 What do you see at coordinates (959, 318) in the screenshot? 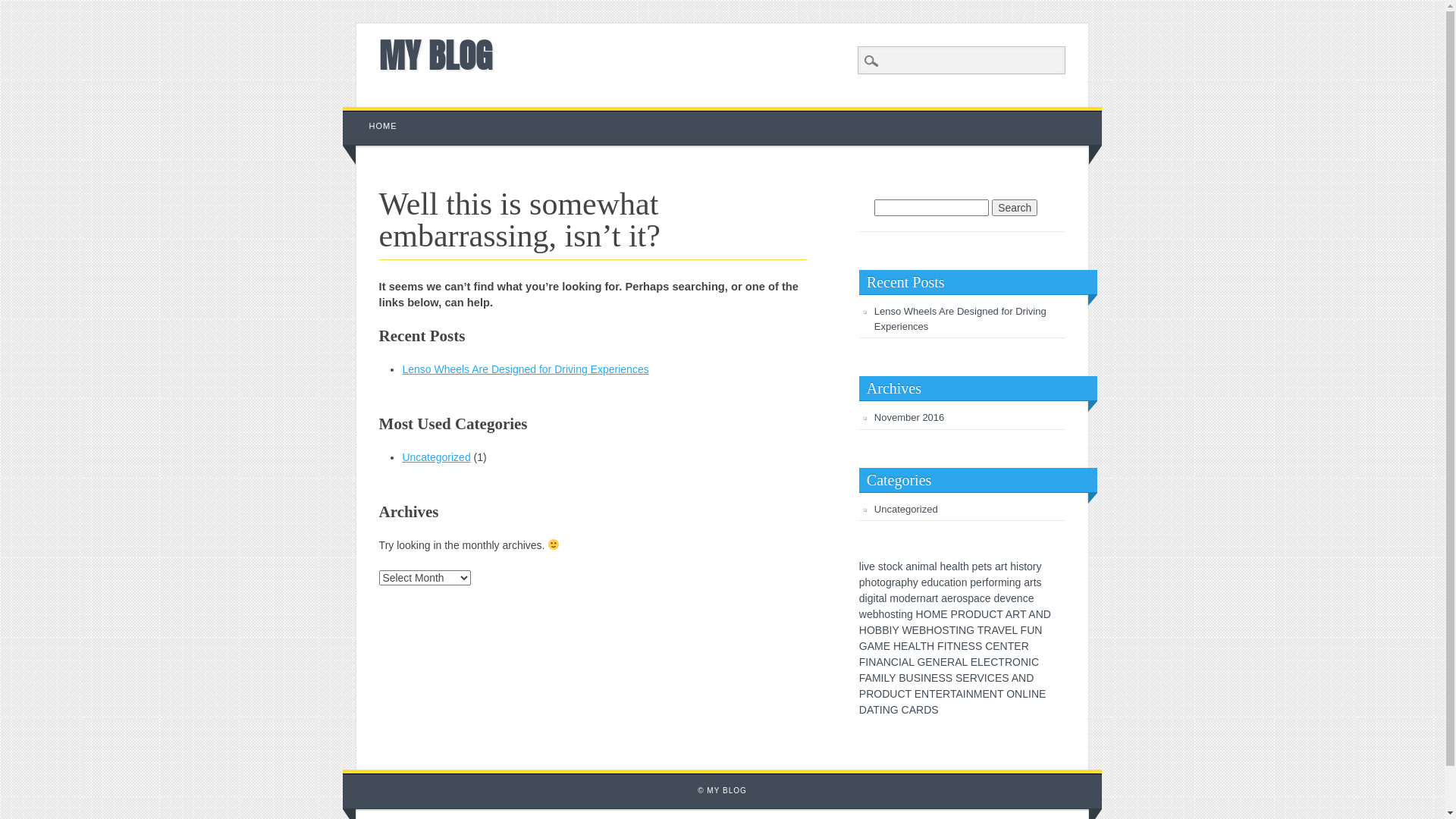
I see `'Lenso Wheels Are Designed for Driving Experiences'` at bounding box center [959, 318].